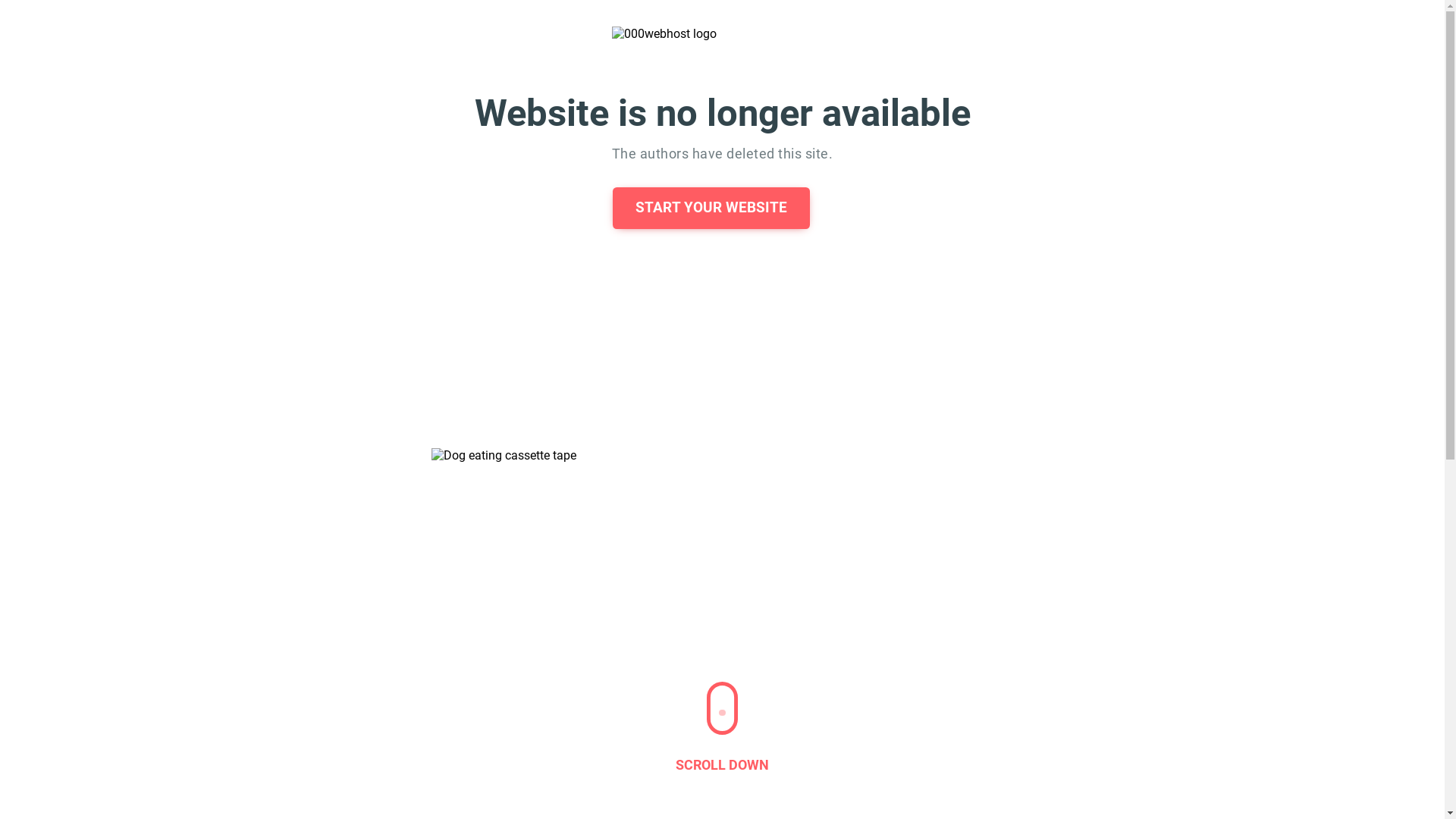 The height and width of the screenshot is (819, 1456). What do you see at coordinates (612, 208) in the screenshot?
I see `'START YOUR WEBSITE'` at bounding box center [612, 208].